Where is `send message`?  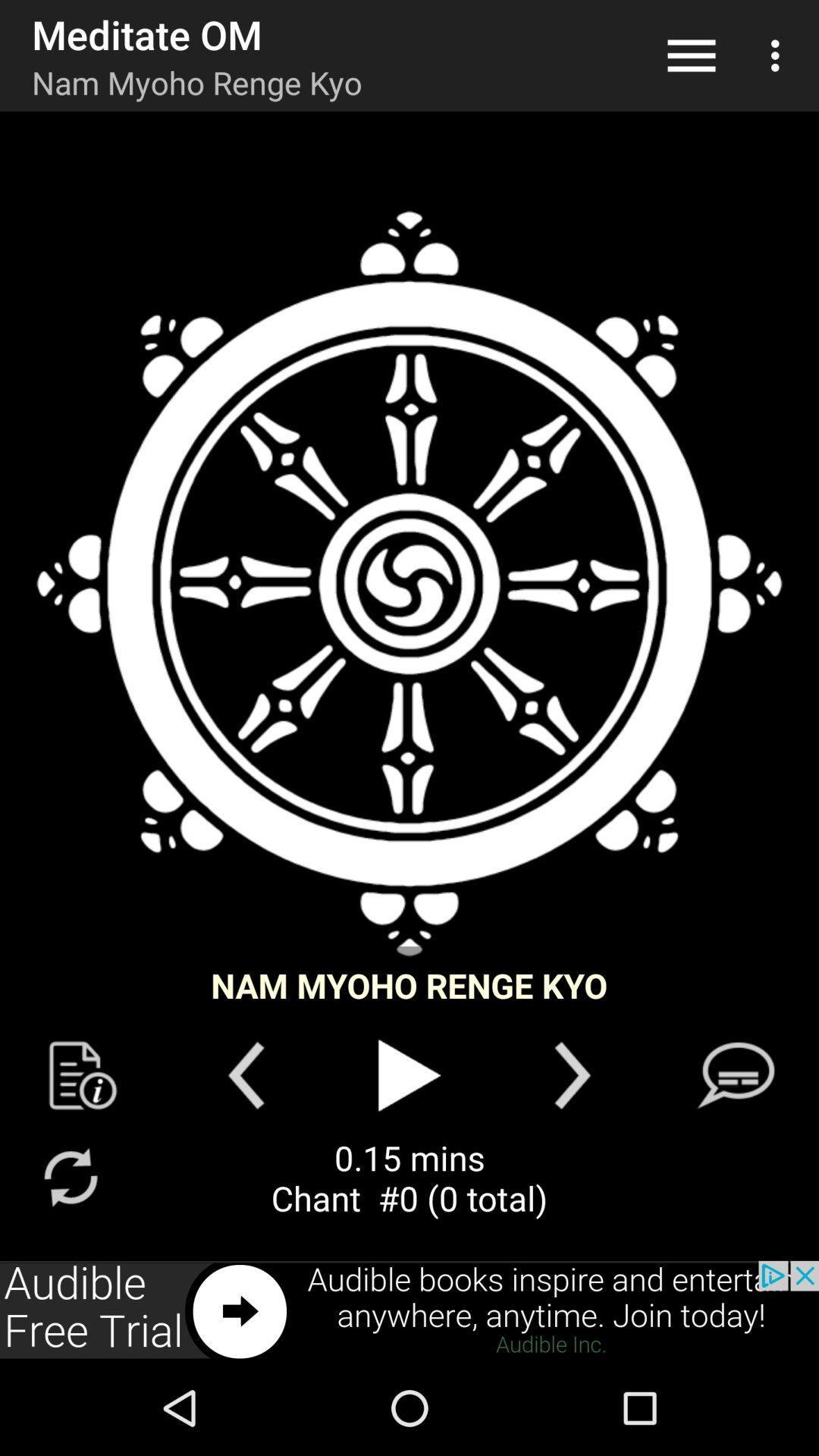 send message is located at coordinates (735, 1075).